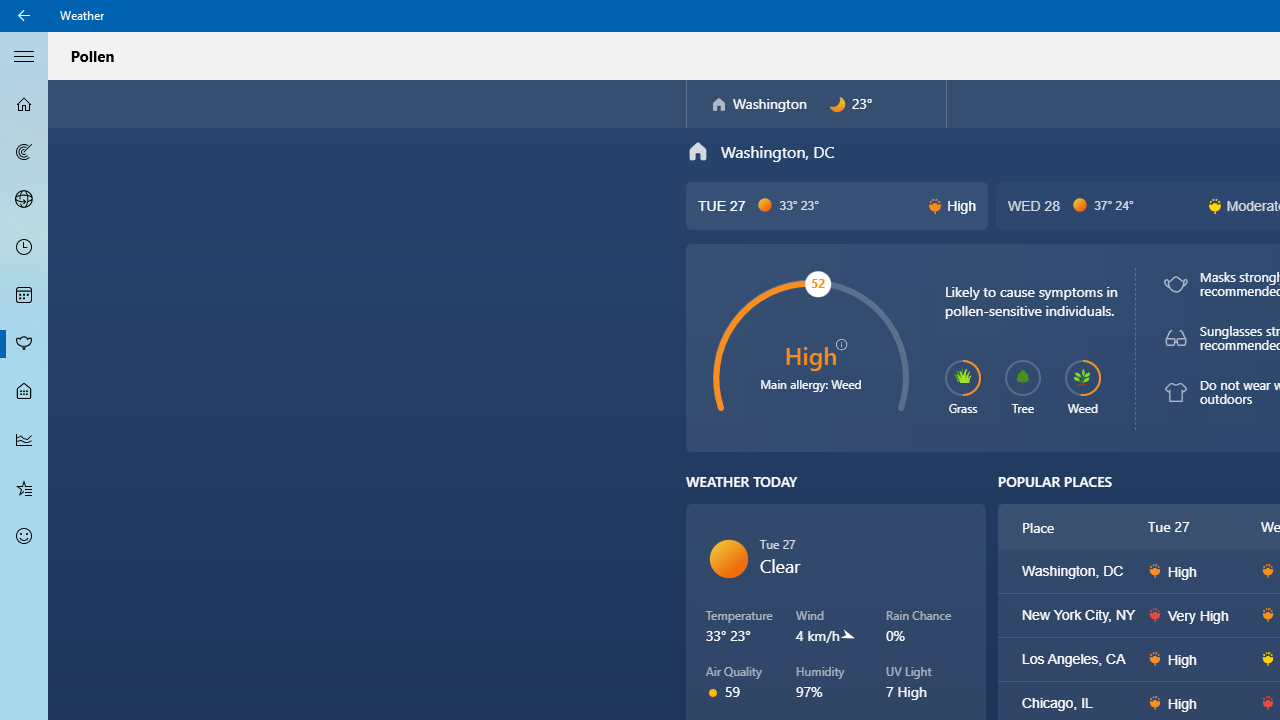 The width and height of the screenshot is (1280, 720). I want to click on 'Back', so click(24, 15).